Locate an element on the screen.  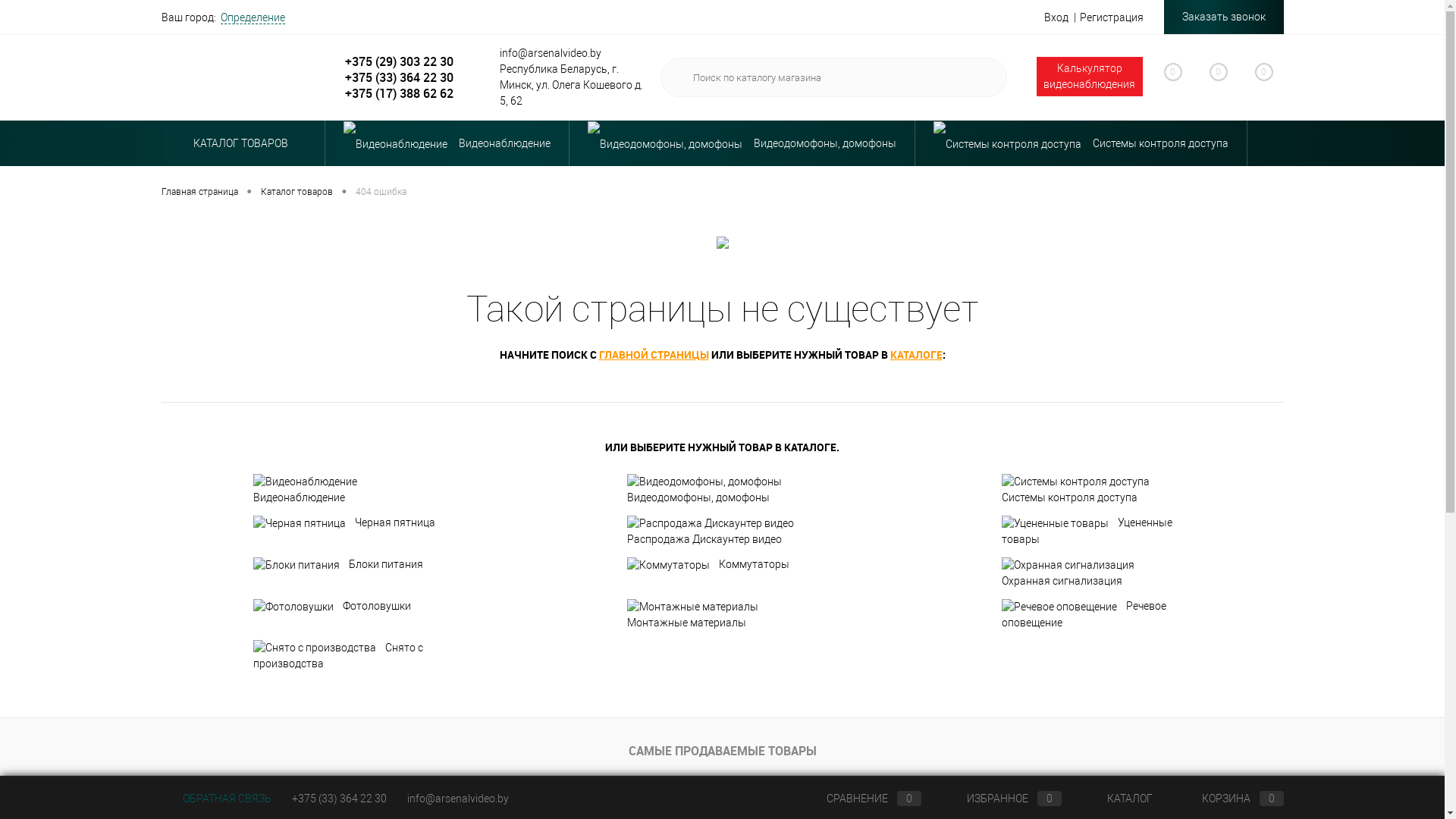
'info@arsenalvideo.by' is located at coordinates (457, 798).